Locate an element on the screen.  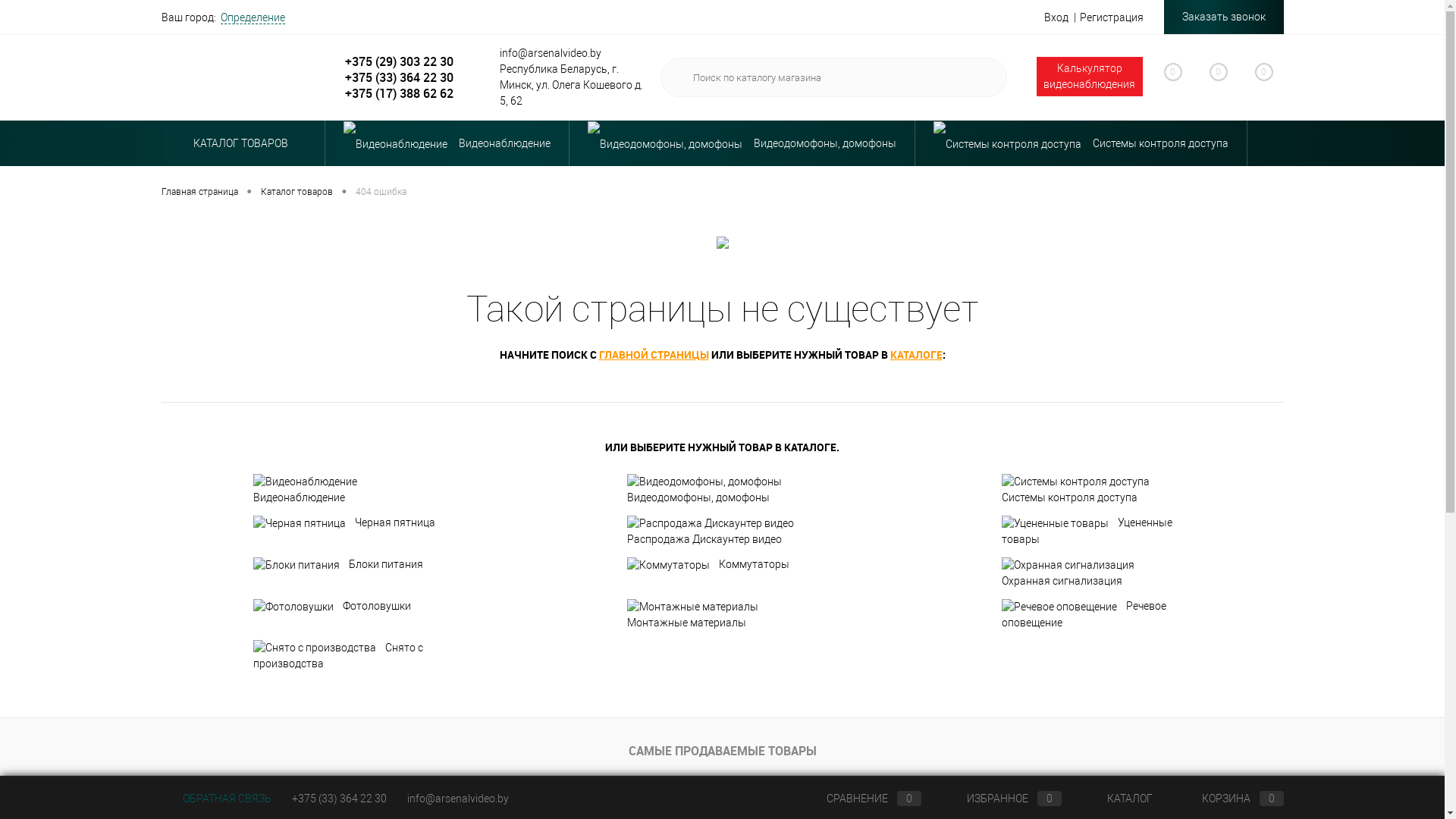
'info@arsenalvideo.by' is located at coordinates (457, 798).